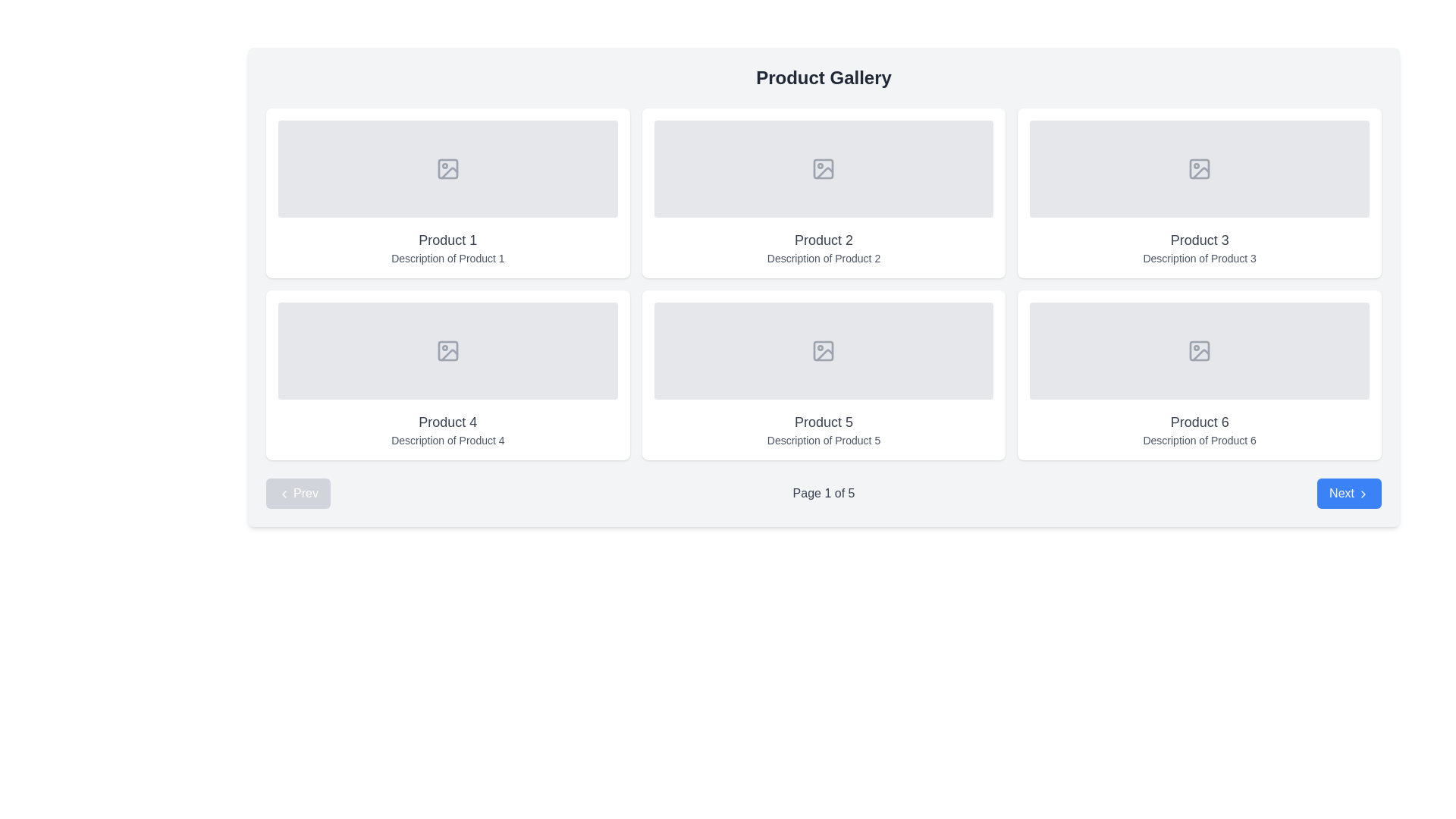 The width and height of the screenshot is (1456, 819). Describe the element at coordinates (447, 169) in the screenshot. I see `the pictorial icon representing an image, which is located inside the card labeled 'Product 1' in the first row of the grid layout` at that location.